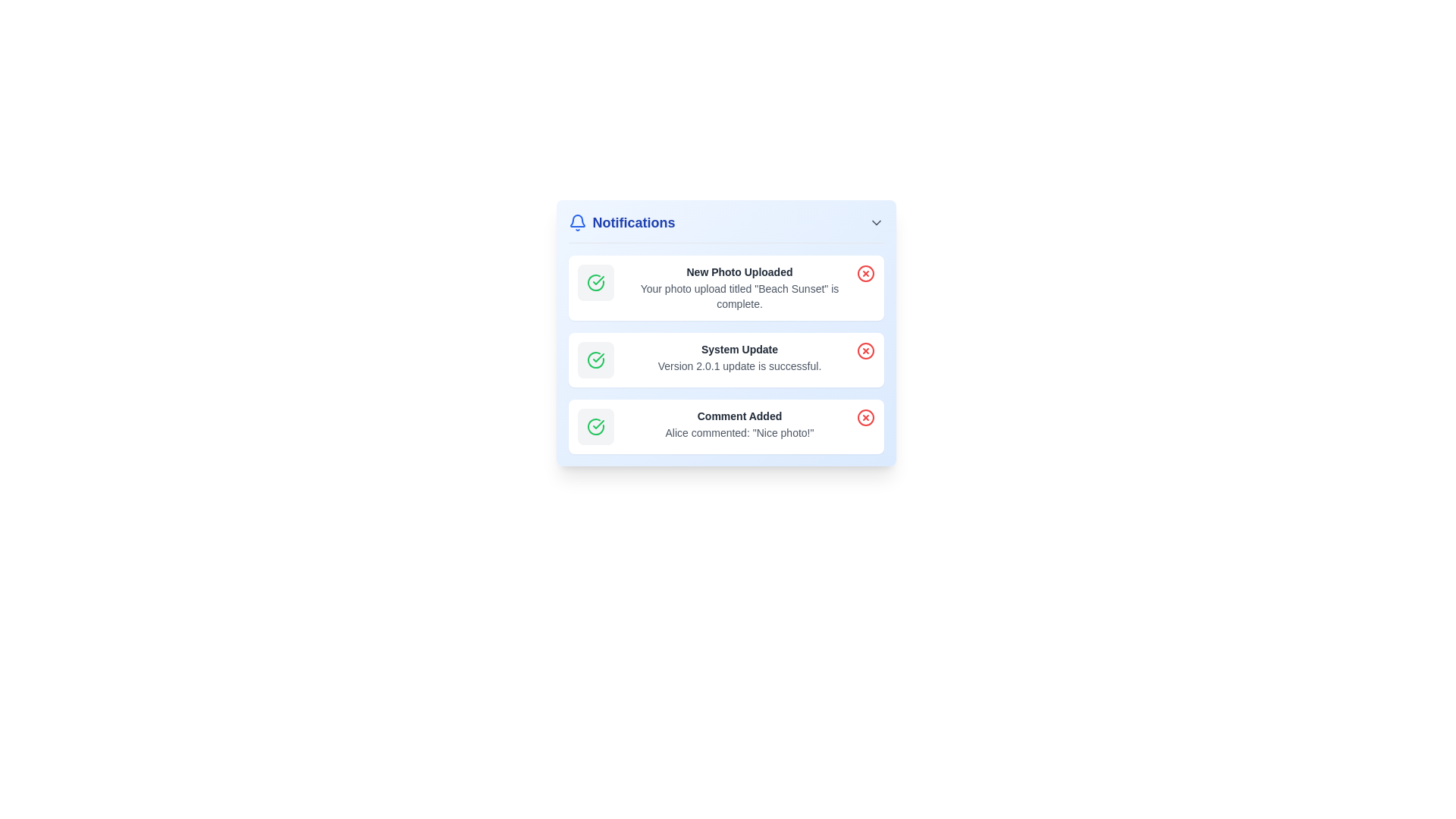 The image size is (1456, 819). I want to click on the text block displaying 'System Update' and 'Version 2.0.1 update is successful.' in the second notification card, located in the center of the notifications list, so click(739, 357).